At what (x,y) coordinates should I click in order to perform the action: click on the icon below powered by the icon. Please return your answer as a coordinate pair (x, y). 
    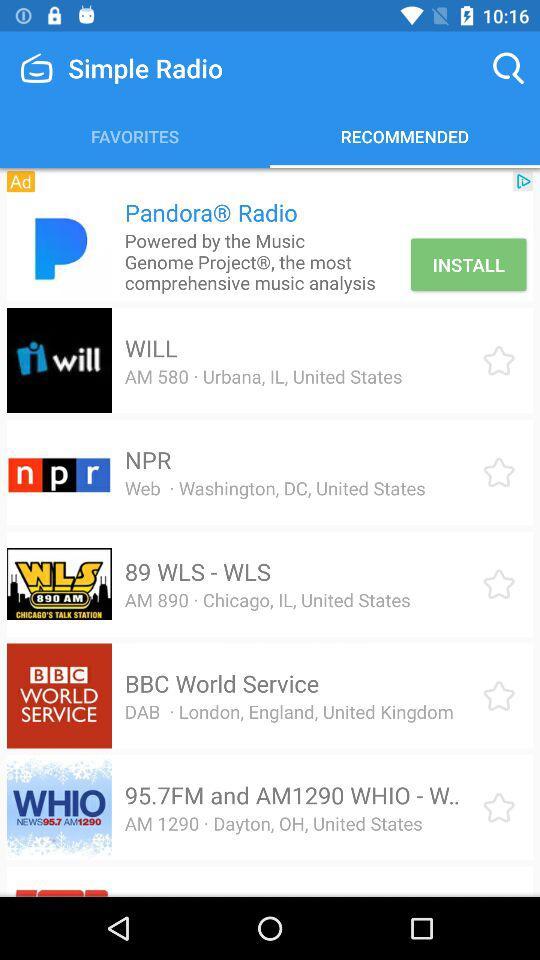
    Looking at the image, I should click on (150, 348).